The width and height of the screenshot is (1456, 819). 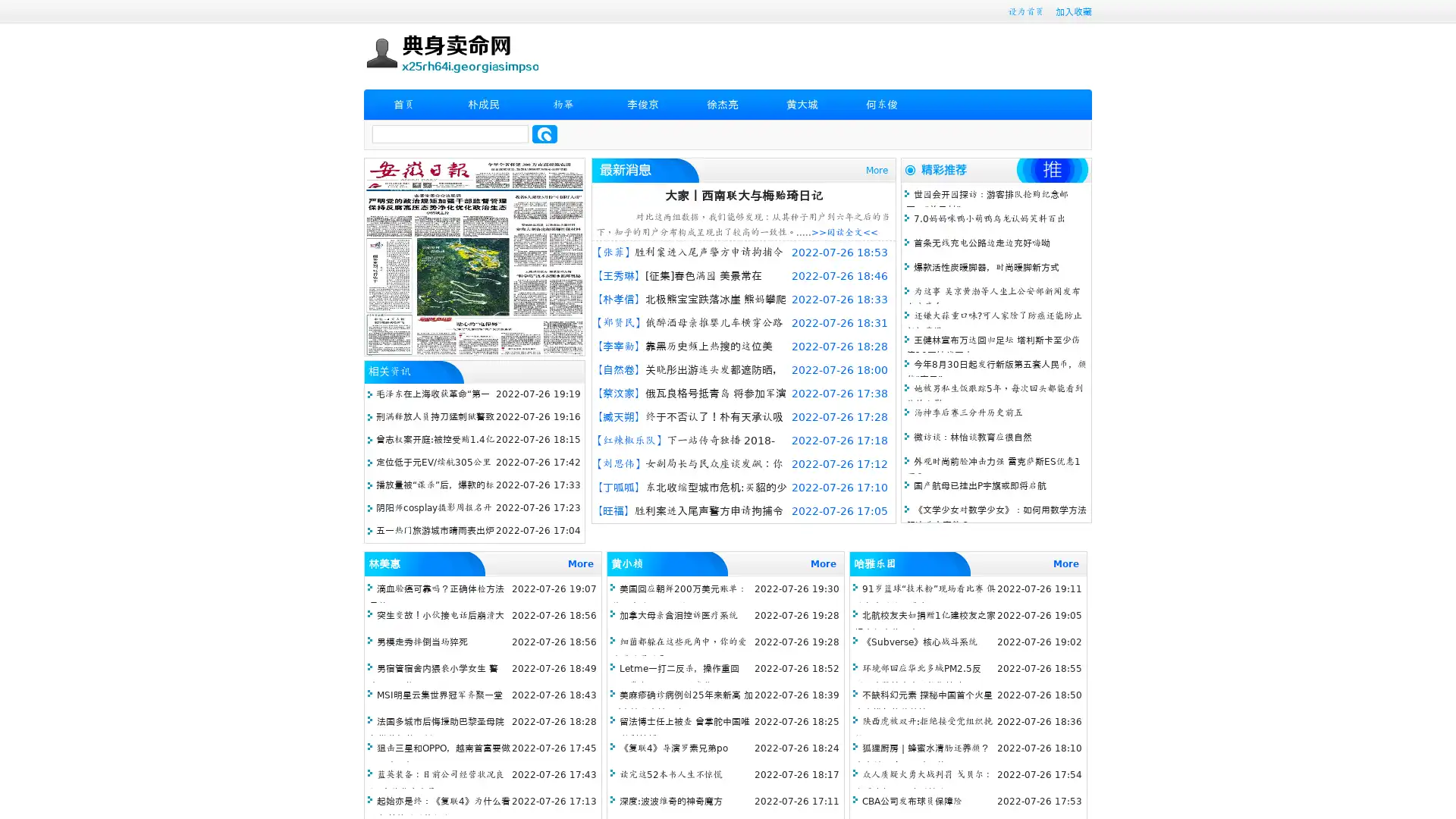 I want to click on Search, so click(x=544, y=133).